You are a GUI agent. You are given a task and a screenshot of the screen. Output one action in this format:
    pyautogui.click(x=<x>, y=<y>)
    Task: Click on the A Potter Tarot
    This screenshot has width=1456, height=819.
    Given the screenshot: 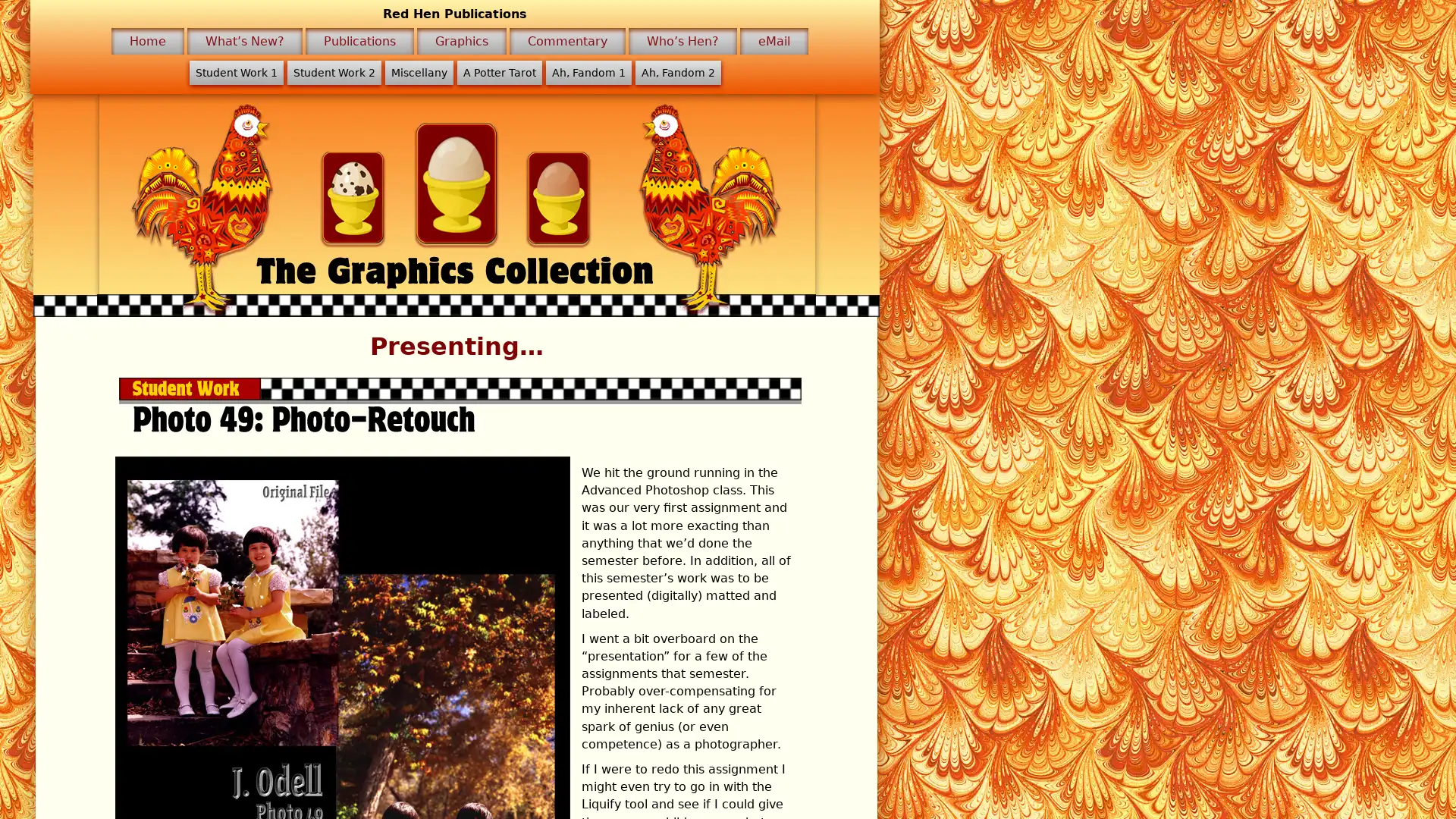 What is the action you would take?
    pyautogui.click(x=498, y=73)
    